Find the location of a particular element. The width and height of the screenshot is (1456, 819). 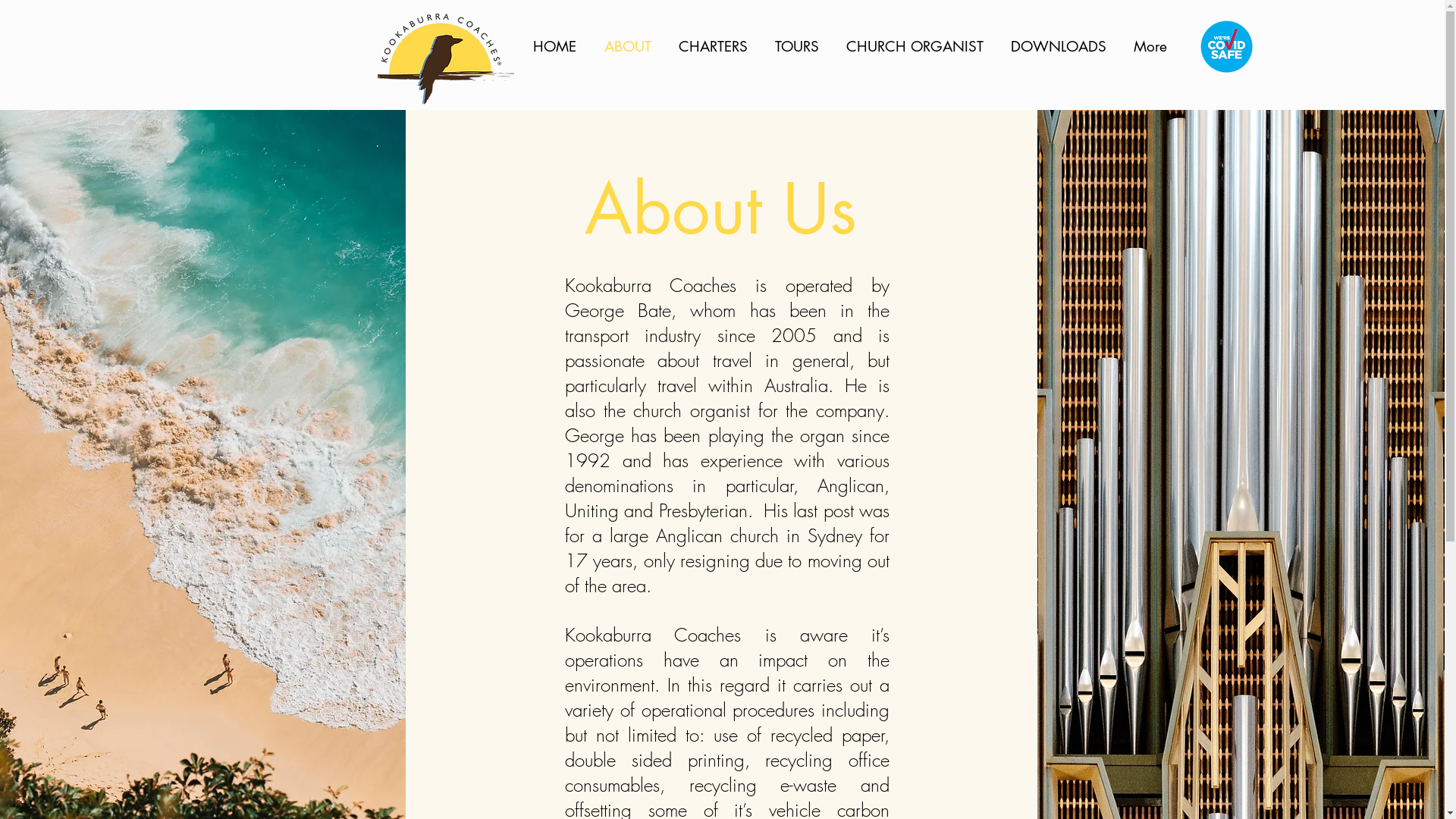

'CHARTERS' is located at coordinates (714, 45).